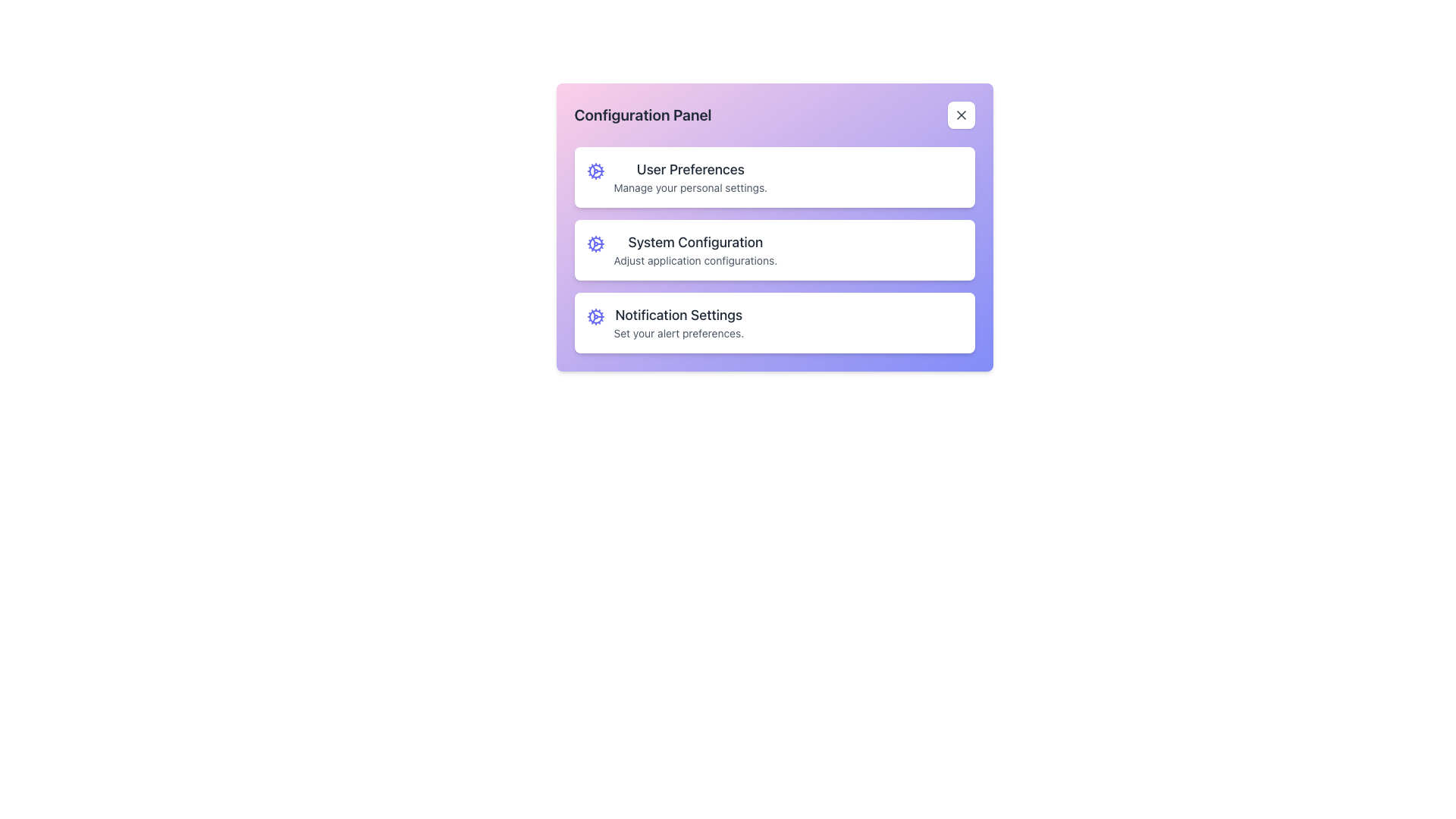 The width and height of the screenshot is (1456, 819). I want to click on the cogwheel icon representing the 'Notification Settings' section, which is the innermost circle of the cogwheel in the 'Configuration Panel' card interface, so click(595, 315).